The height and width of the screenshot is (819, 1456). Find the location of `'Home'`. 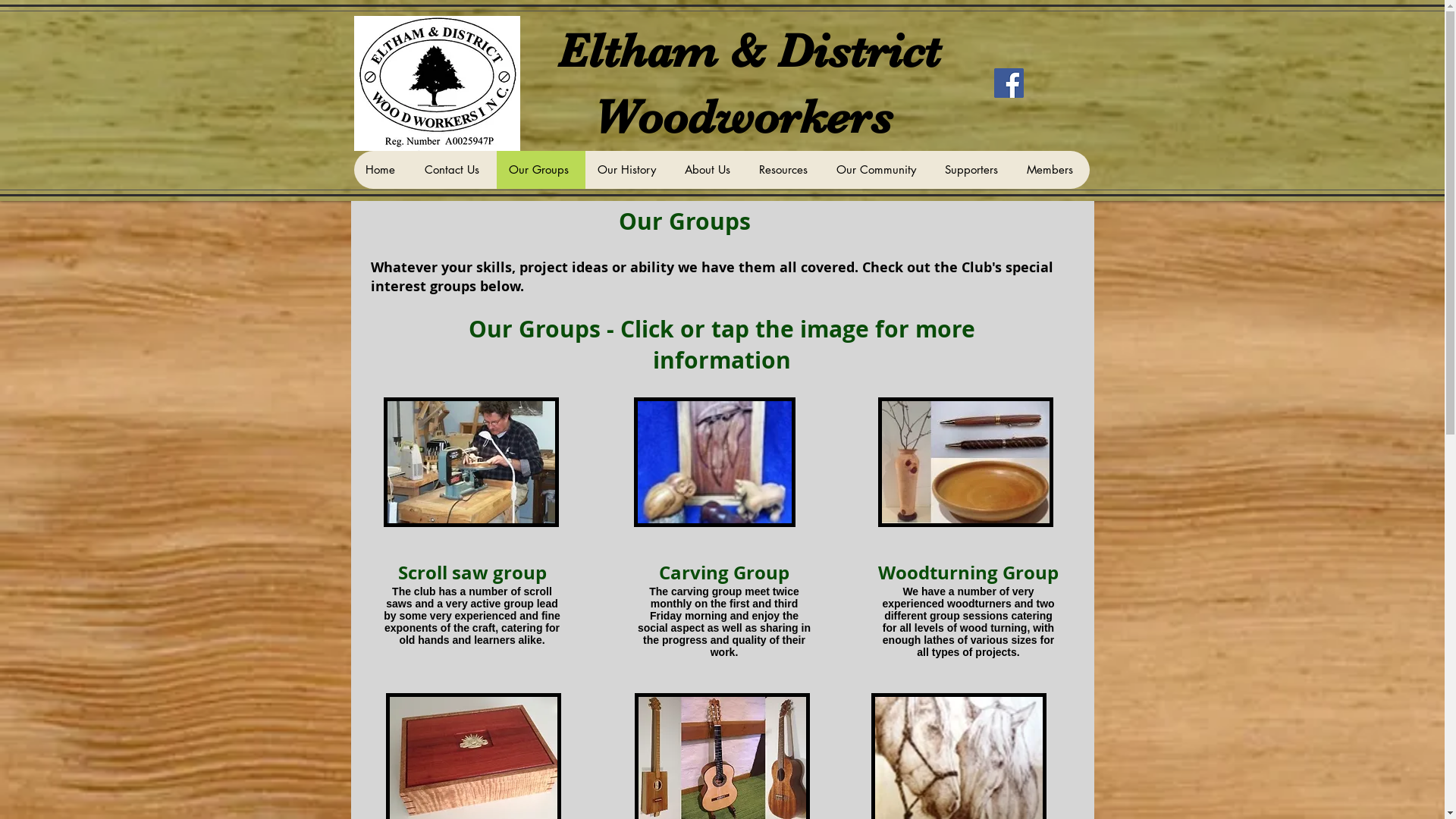

'Home' is located at coordinates (352, 169).